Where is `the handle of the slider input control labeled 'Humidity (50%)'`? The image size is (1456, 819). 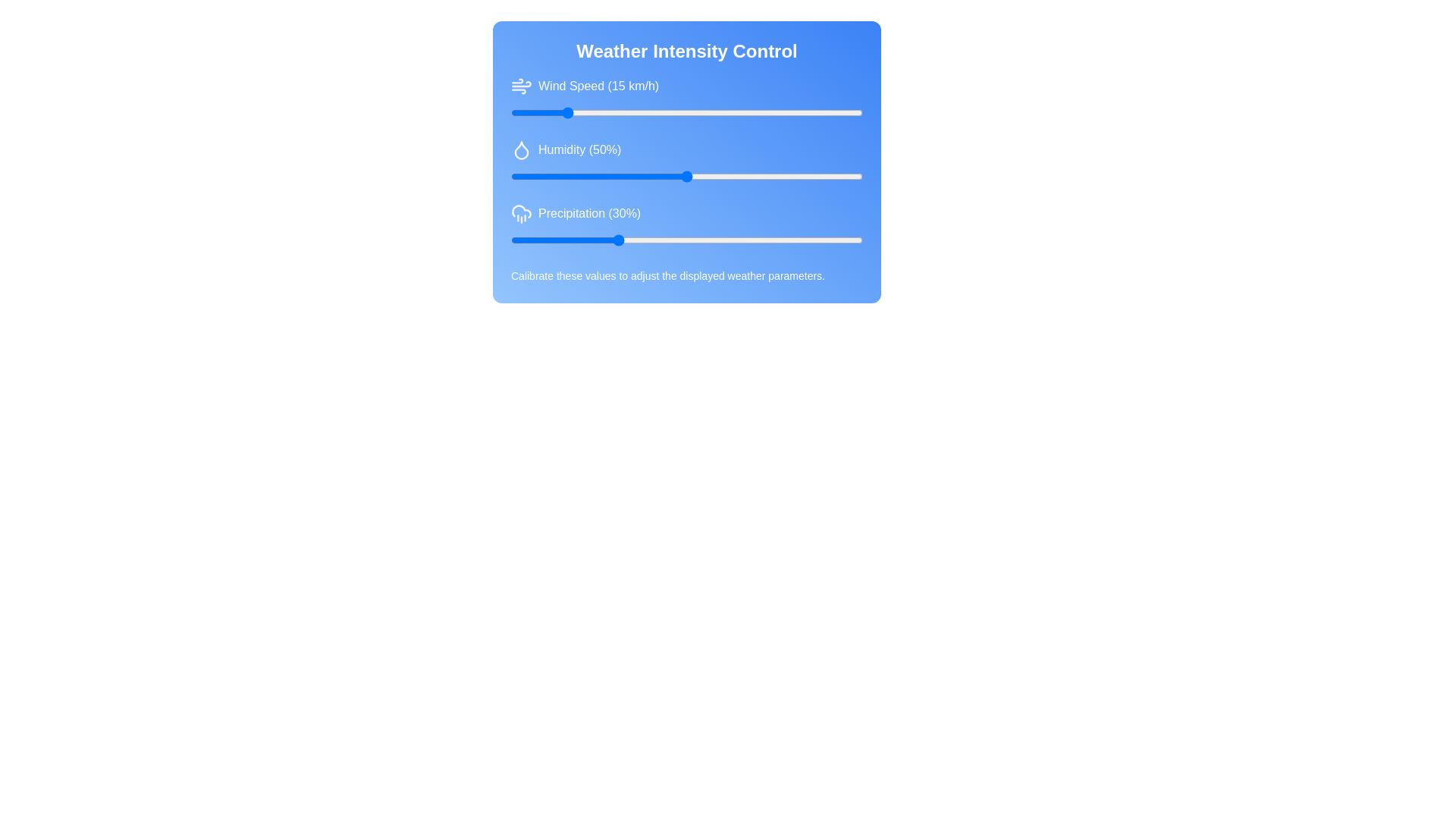 the handle of the slider input control labeled 'Humidity (50%)' is located at coordinates (686, 175).